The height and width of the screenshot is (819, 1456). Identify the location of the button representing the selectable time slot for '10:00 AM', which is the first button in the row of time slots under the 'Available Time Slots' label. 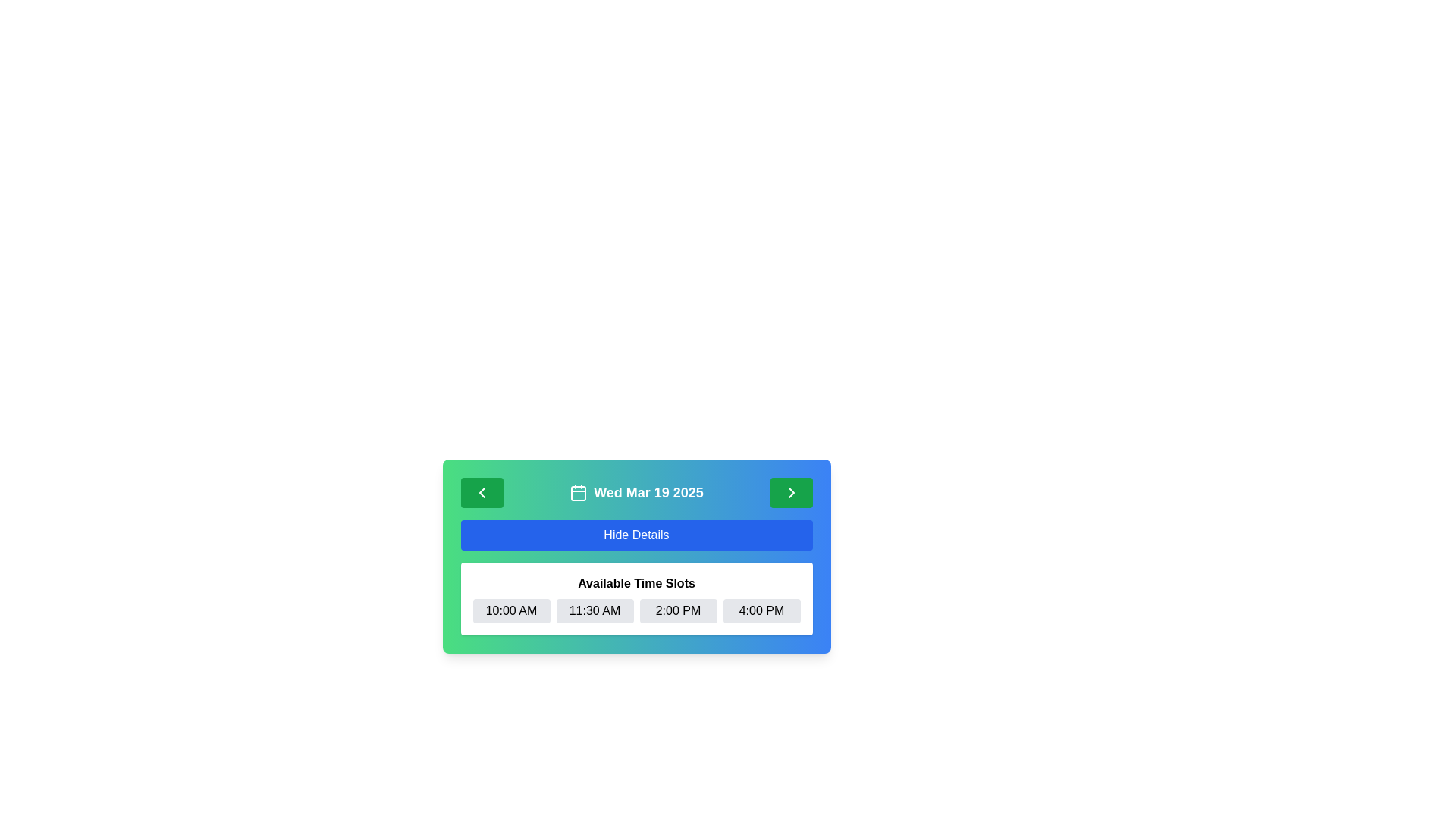
(511, 610).